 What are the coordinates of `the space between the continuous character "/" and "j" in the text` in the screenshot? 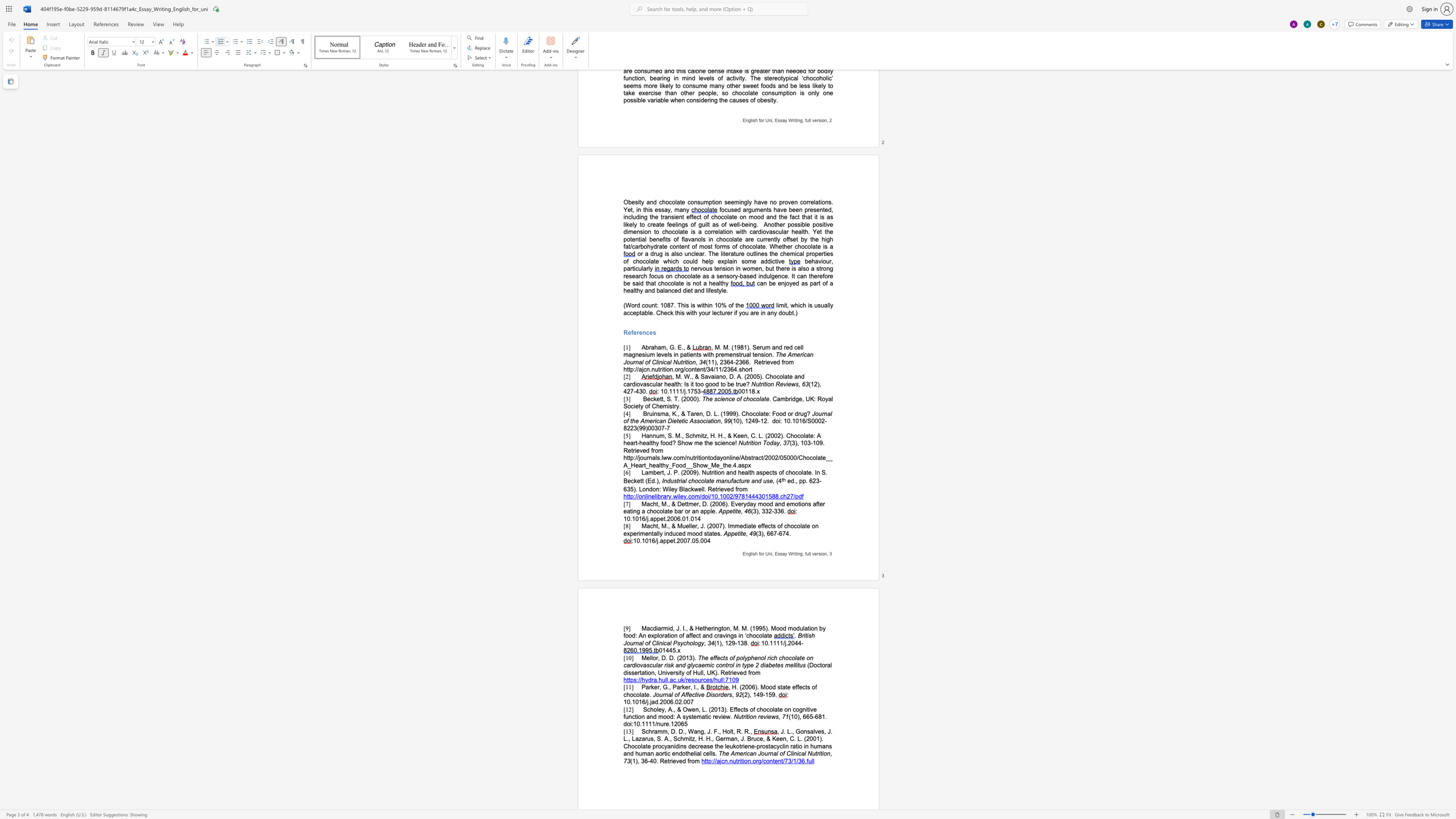 It's located at (647, 701).